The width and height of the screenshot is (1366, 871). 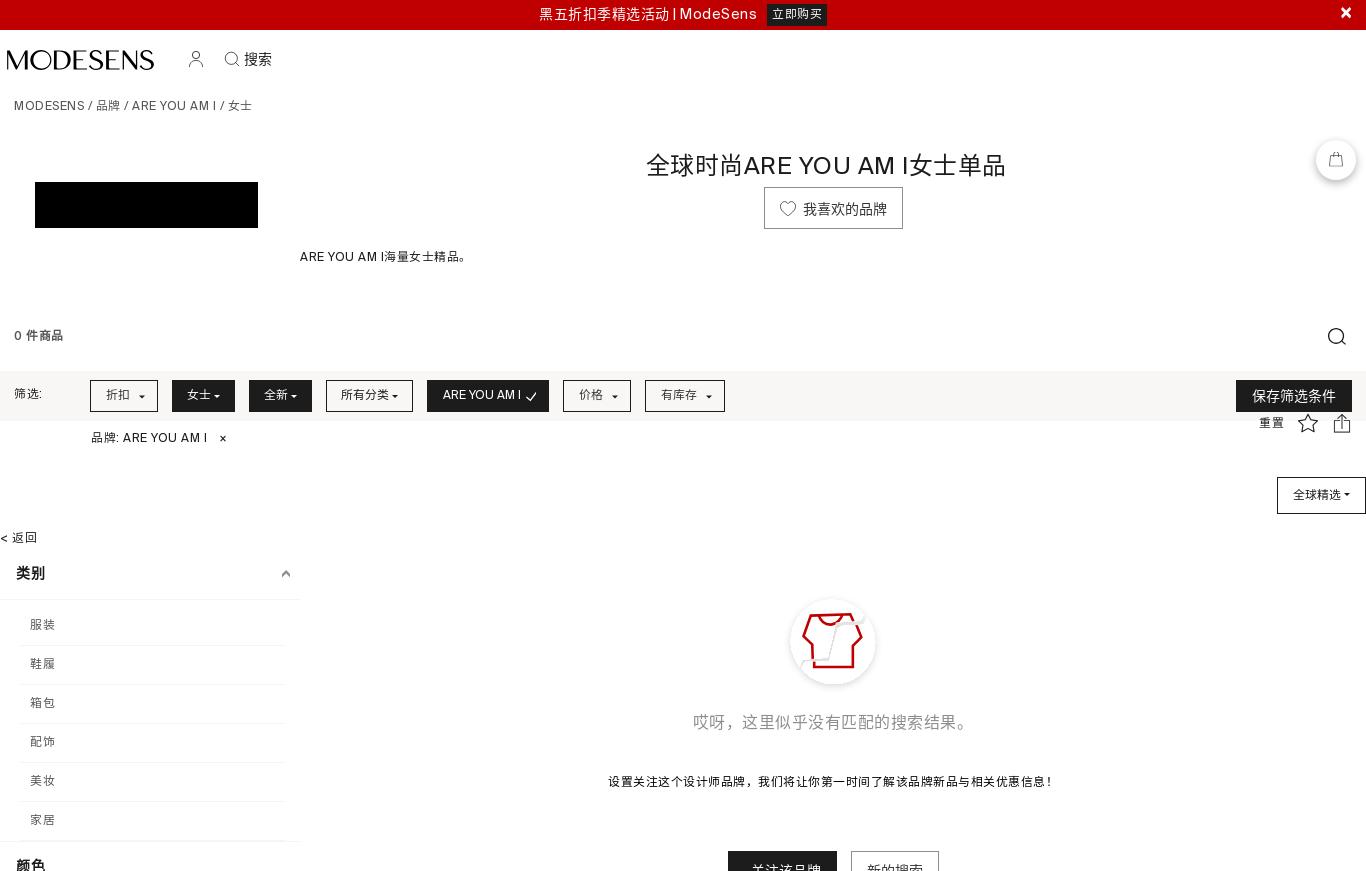 What do you see at coordinates (647, 13) in the screenshot?
I see `'黑五折扣季精选活动 | ModeSens'` at bounding box center [647, 13].